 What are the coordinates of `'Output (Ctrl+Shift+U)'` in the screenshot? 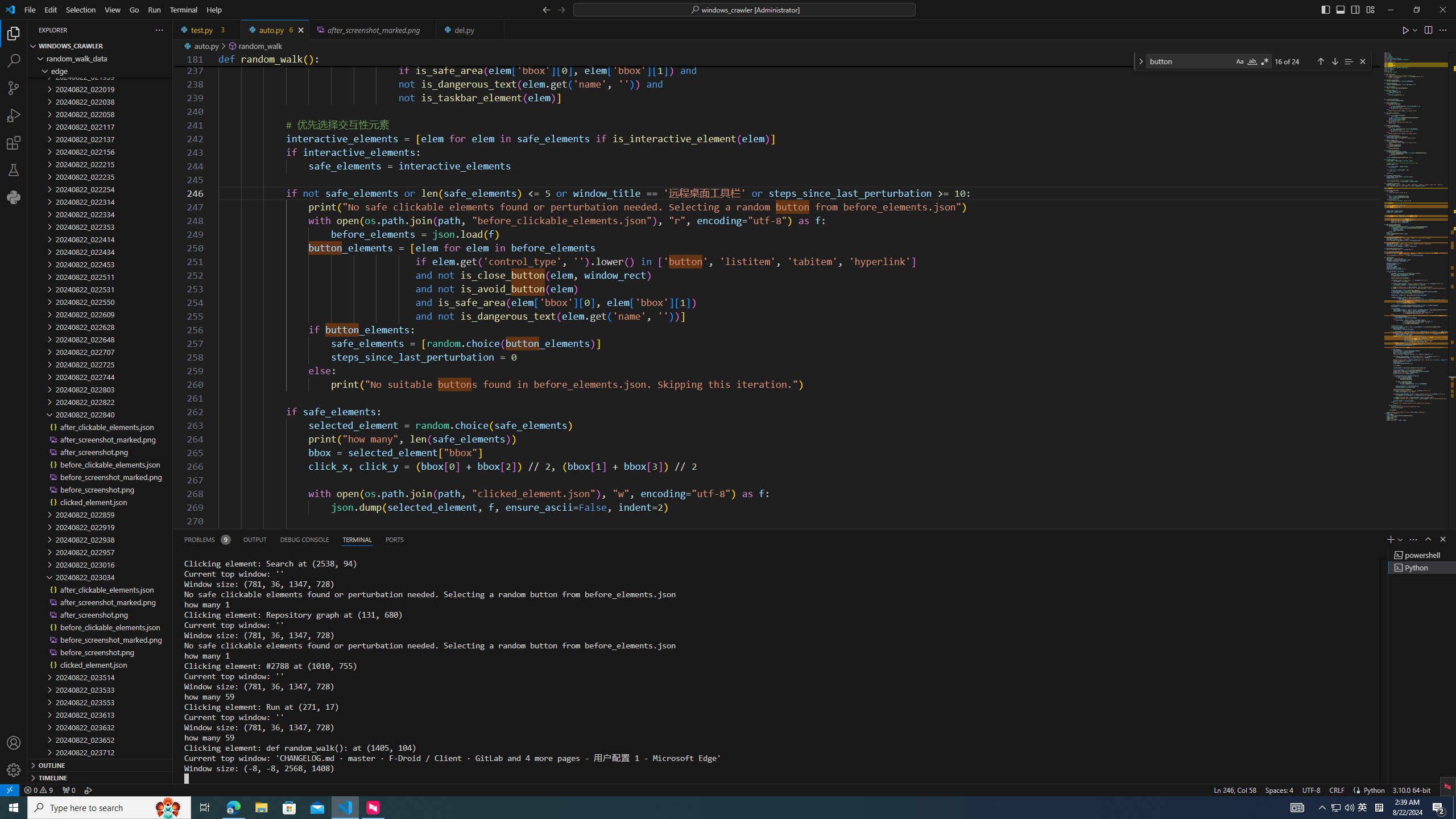 It's located at (255, 539).